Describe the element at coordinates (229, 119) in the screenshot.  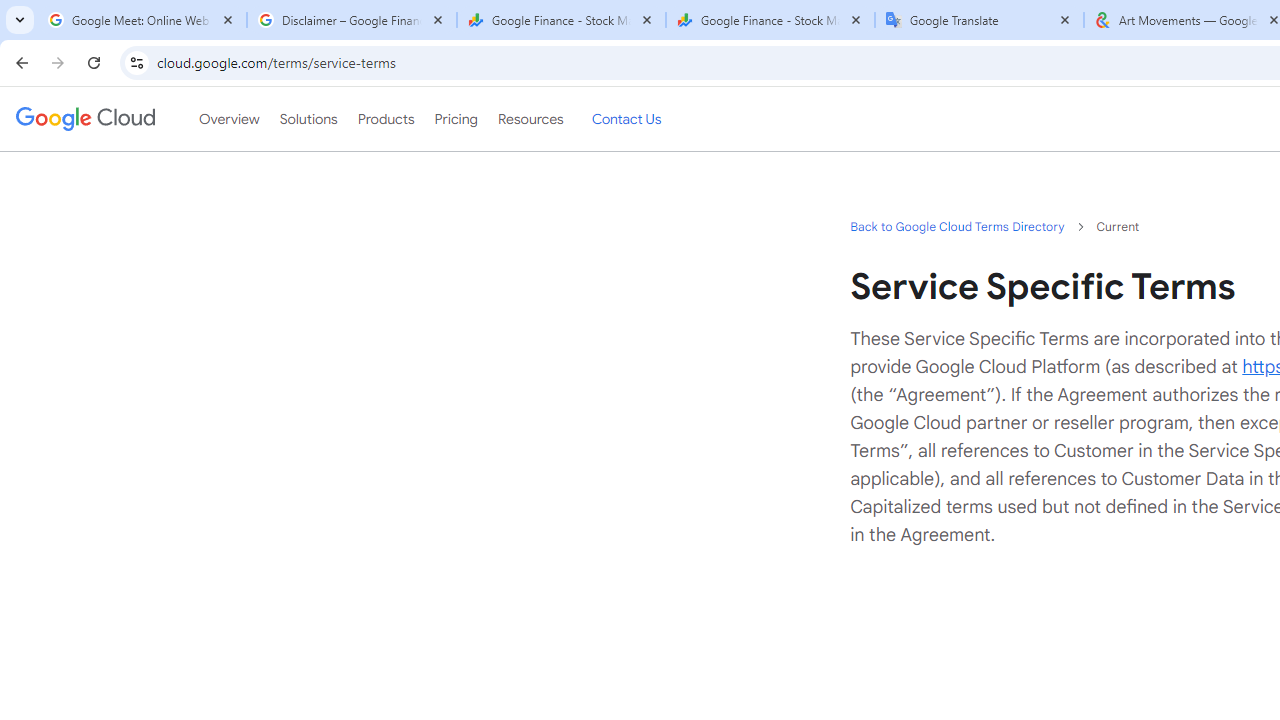
I see `'Overview'` at that location.